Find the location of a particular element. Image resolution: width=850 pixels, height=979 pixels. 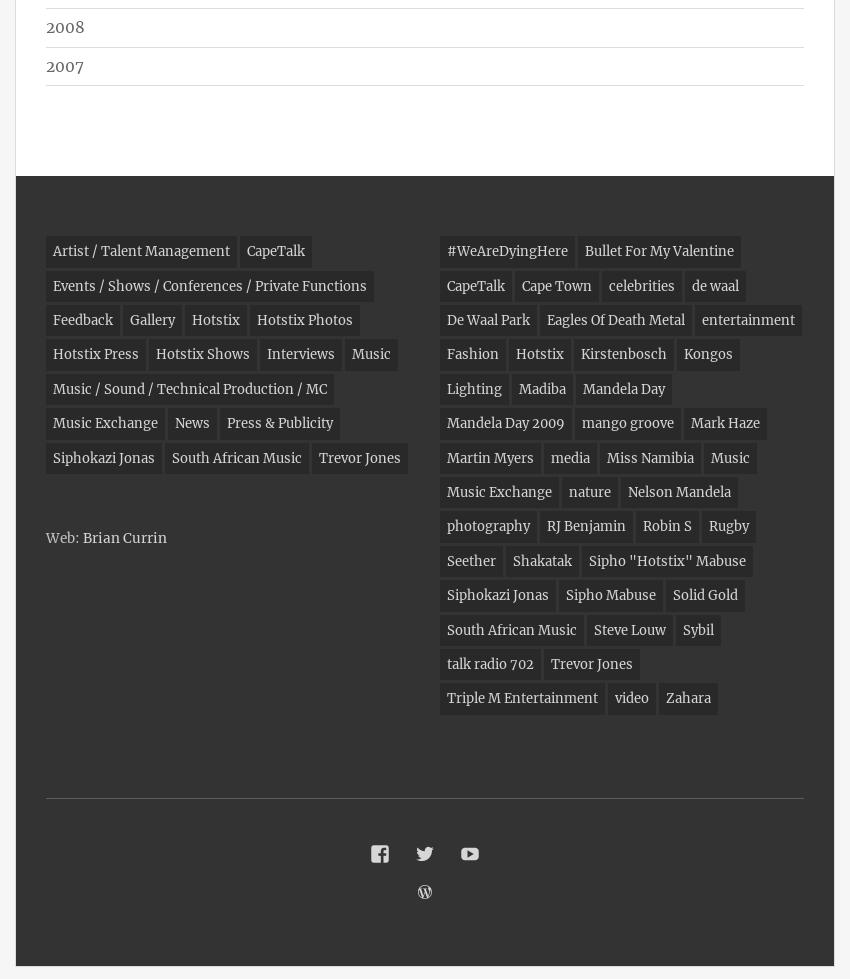

'Sipho "Hotstix" Mabuse' is located at coordinates (667, 559).